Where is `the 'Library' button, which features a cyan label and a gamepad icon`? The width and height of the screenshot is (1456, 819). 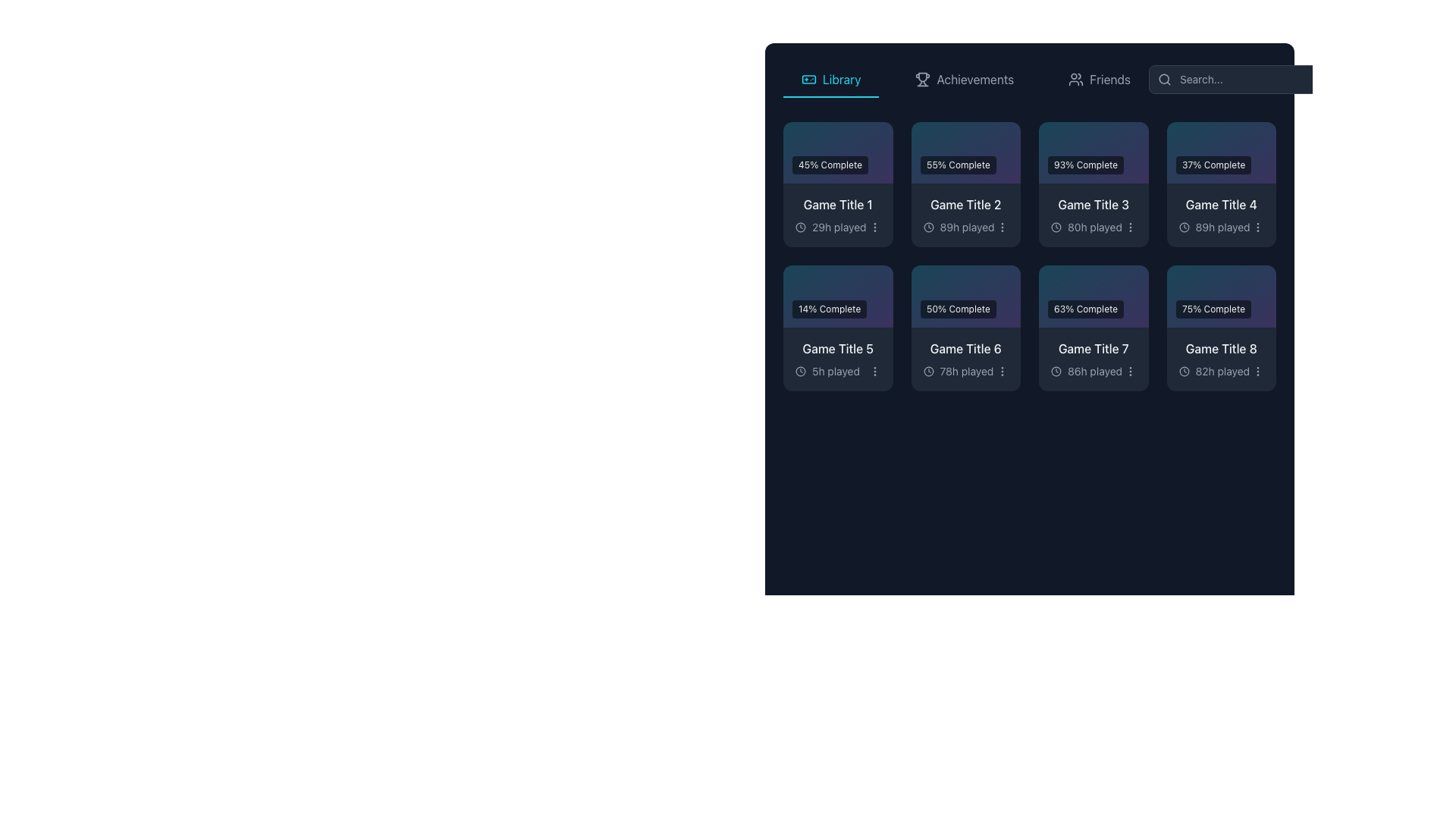
the 'Library' button, which features a cyan label and a gamepad icon is located at coordinates (830, 79).